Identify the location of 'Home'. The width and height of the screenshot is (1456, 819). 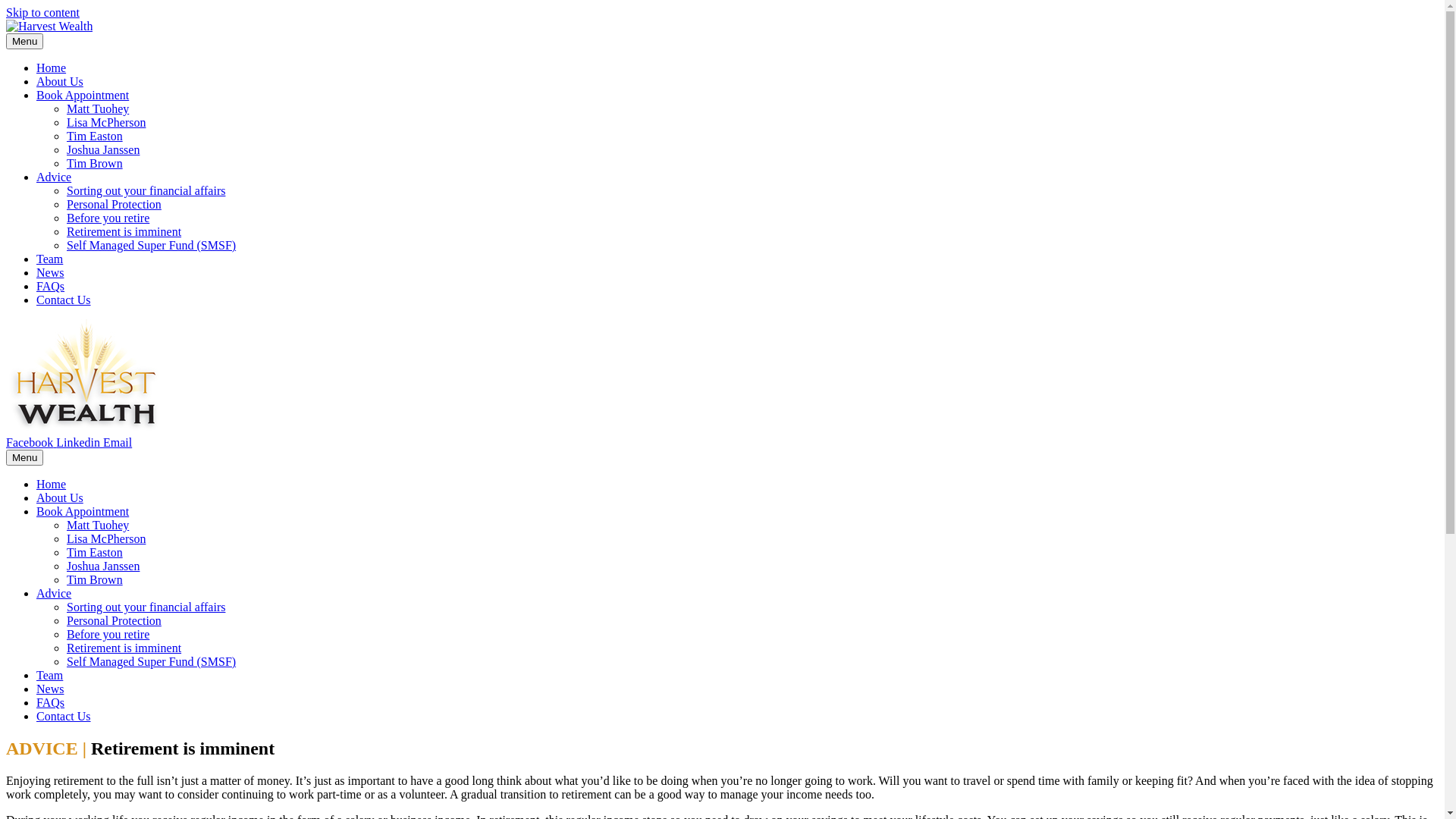
(51, 484).